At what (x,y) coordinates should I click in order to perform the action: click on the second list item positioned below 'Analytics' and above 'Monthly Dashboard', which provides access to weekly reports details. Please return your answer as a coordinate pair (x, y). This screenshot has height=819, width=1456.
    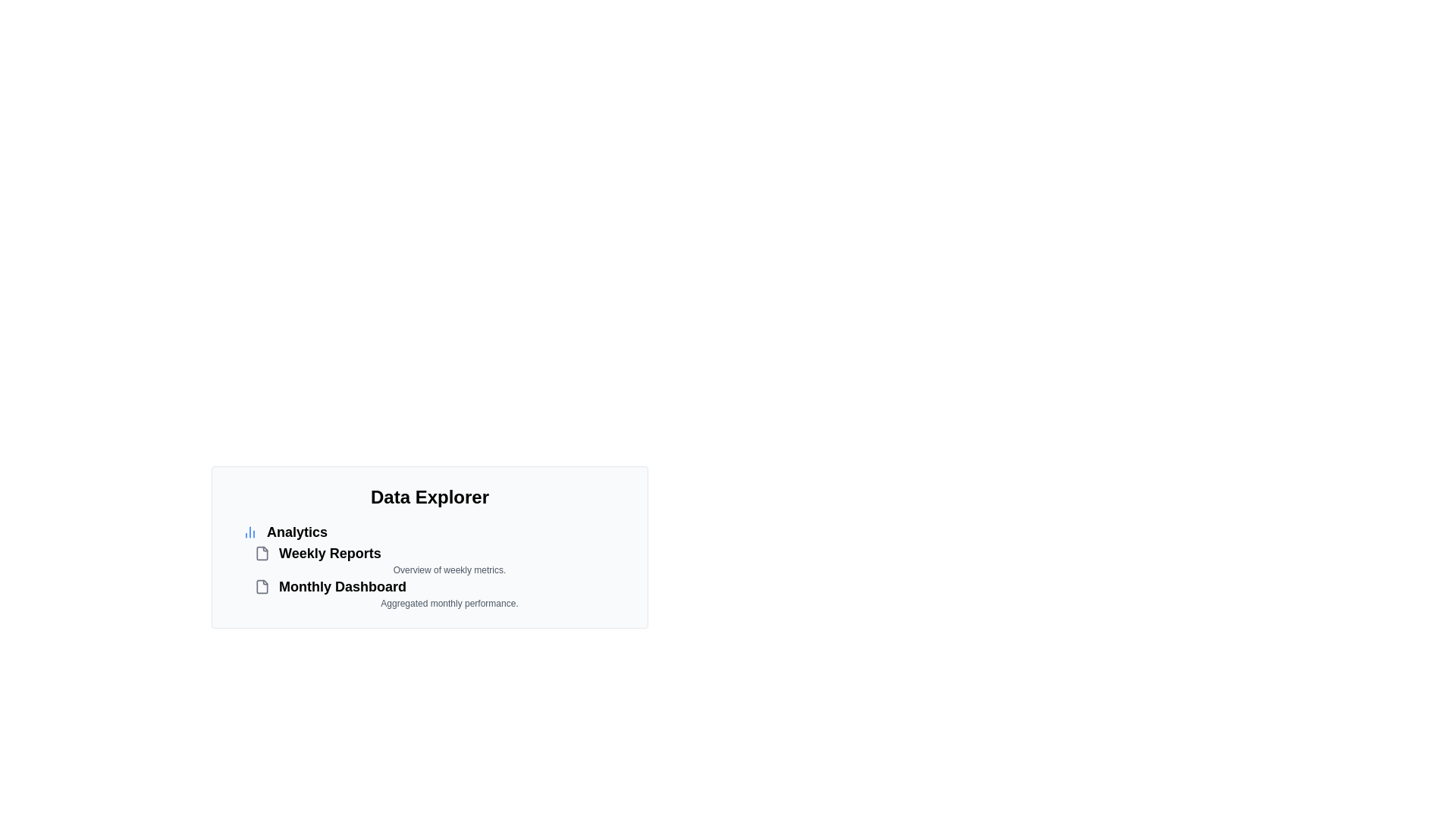
    Looking at the image, I should click on (441, 559).